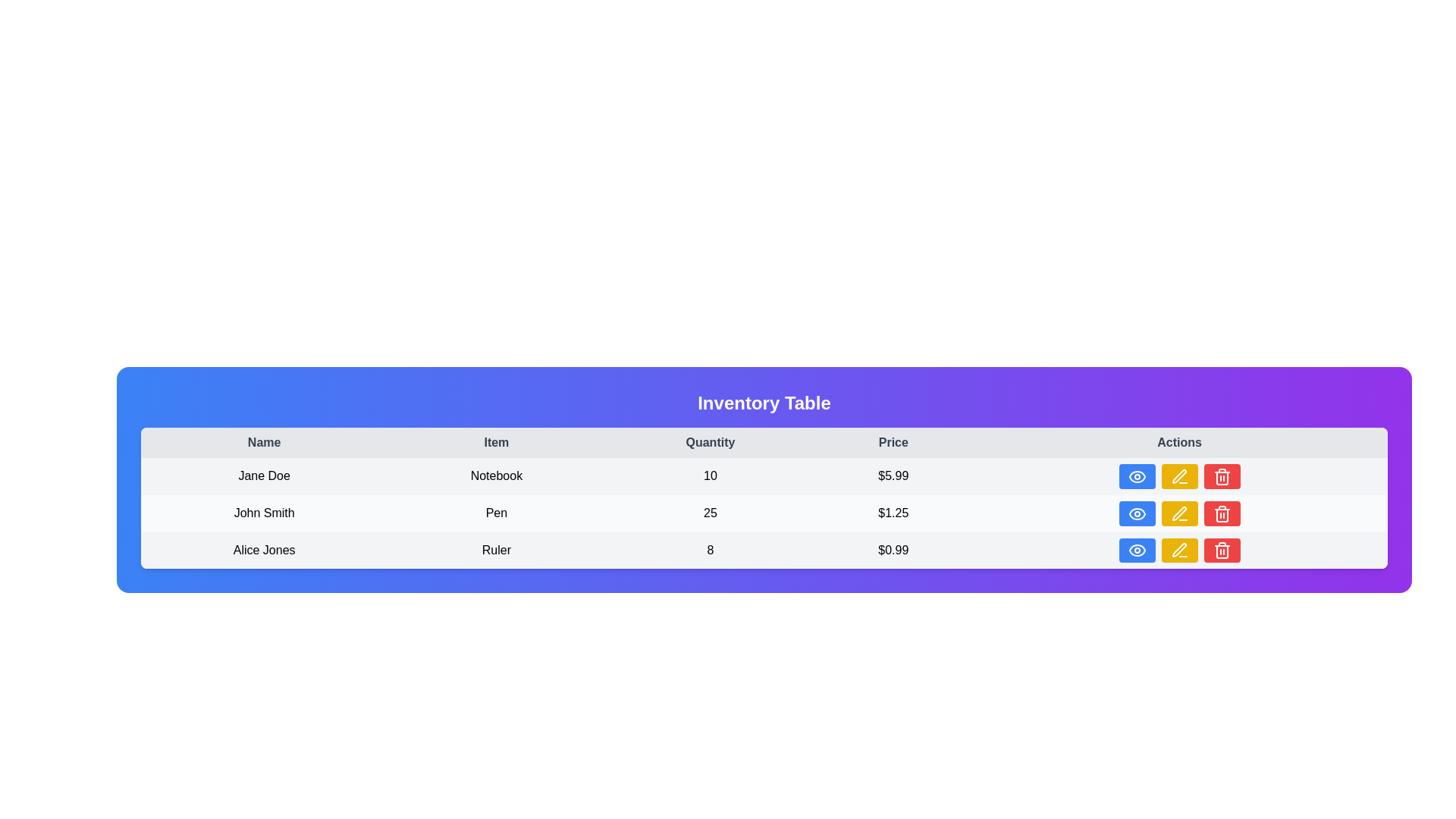 This screenshot has height=819, width=1456. What do you see at coordinates (1222, 475) in the screenshot?
I see `the delete button located on the rightmost side of the third row in the 'Actions' column of the table` at bounding box center [1222, 475].